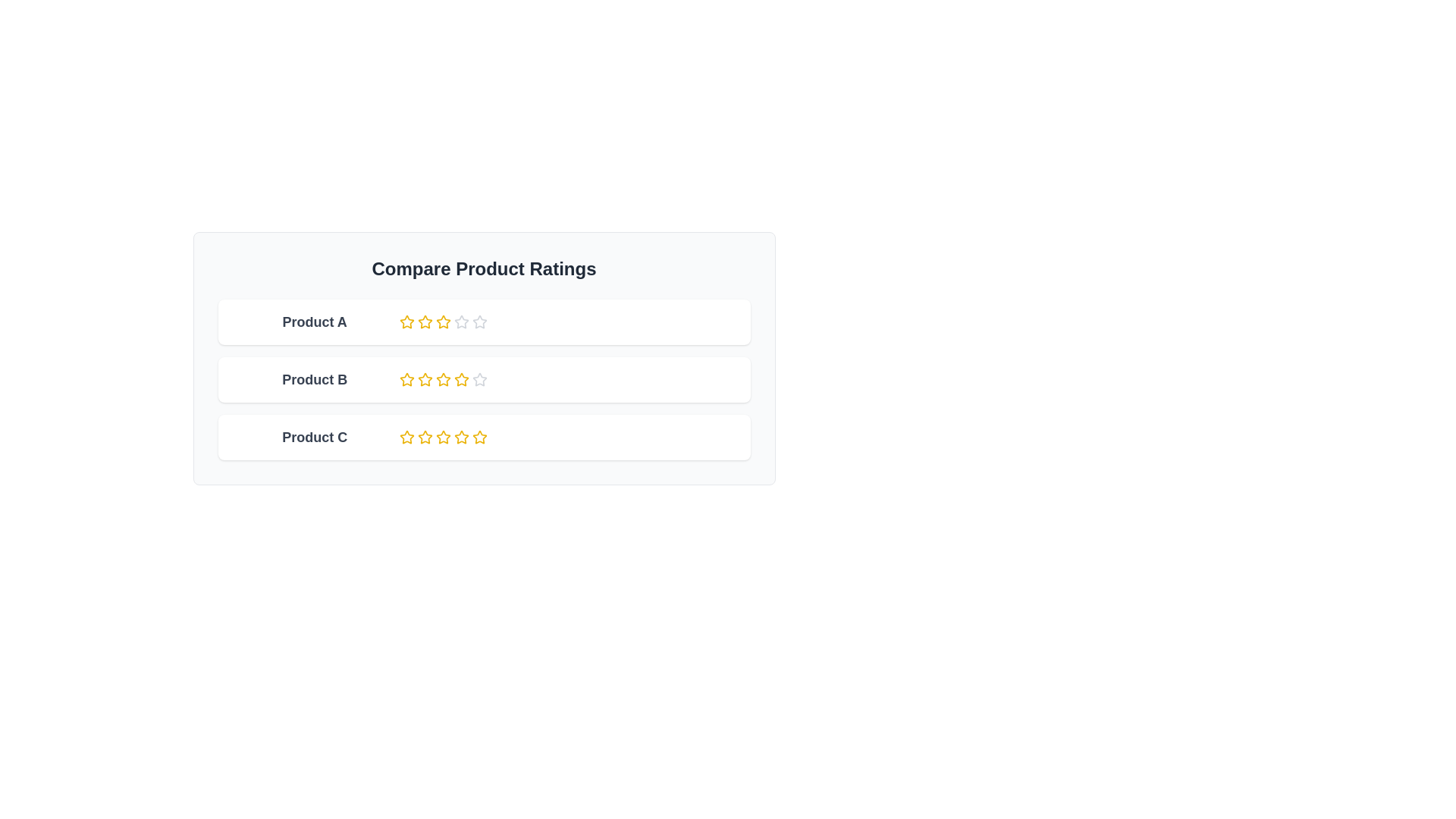 The height and width of the screenshot is (819, 1456). What do you see at coordinates (425, 438) in the screenshot?
I see `the third star in the five-star rating widget for 'Product C'` at bounding box center [425, 438].